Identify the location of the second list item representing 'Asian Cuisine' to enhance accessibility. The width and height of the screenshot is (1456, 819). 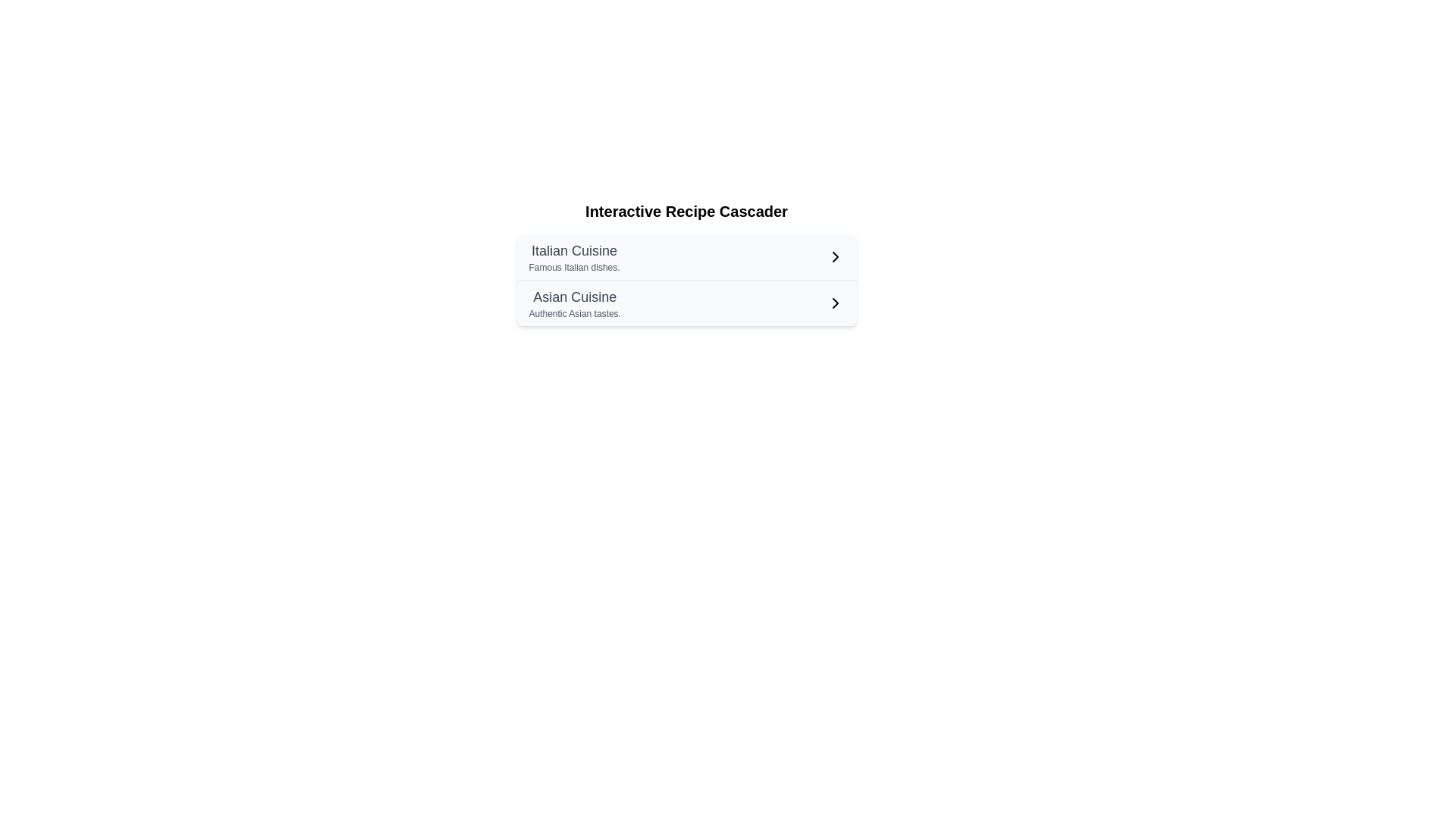
(686, 303).